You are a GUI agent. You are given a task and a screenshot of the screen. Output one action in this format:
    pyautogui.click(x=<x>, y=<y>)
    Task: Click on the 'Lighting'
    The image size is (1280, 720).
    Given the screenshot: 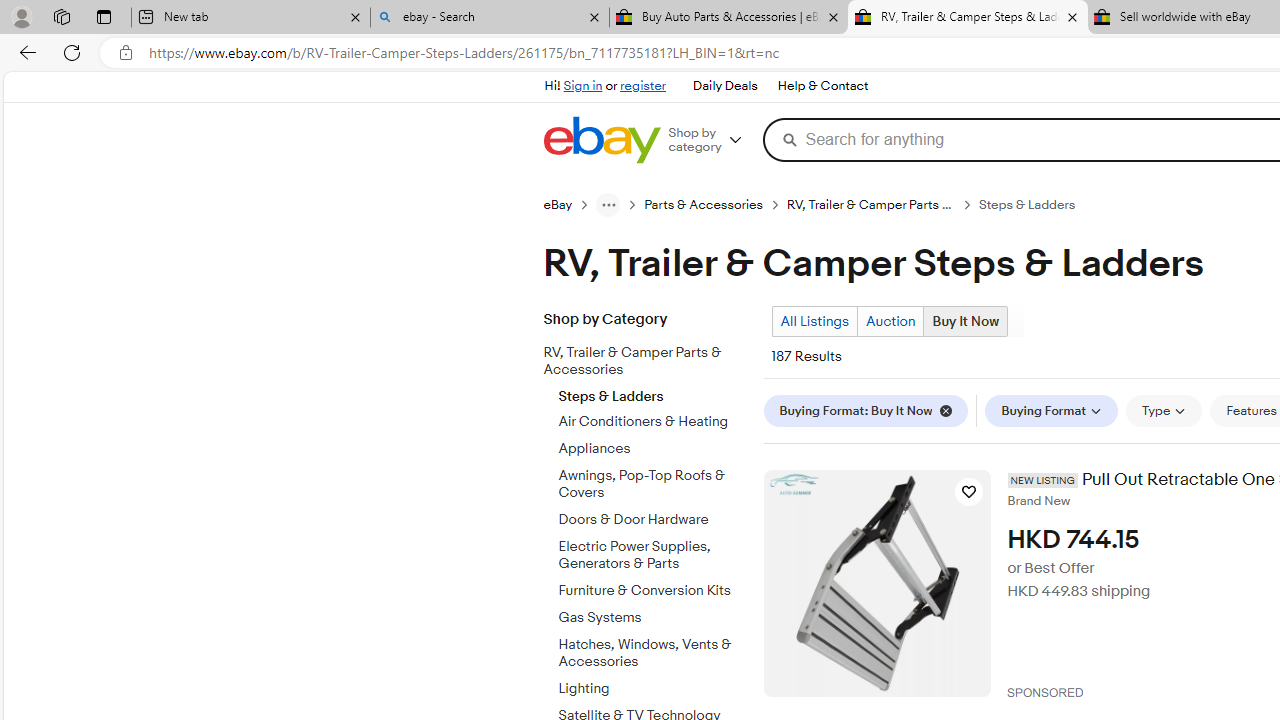 What is the action you would take?
    pyautogui.click(x=653, y=688)
    